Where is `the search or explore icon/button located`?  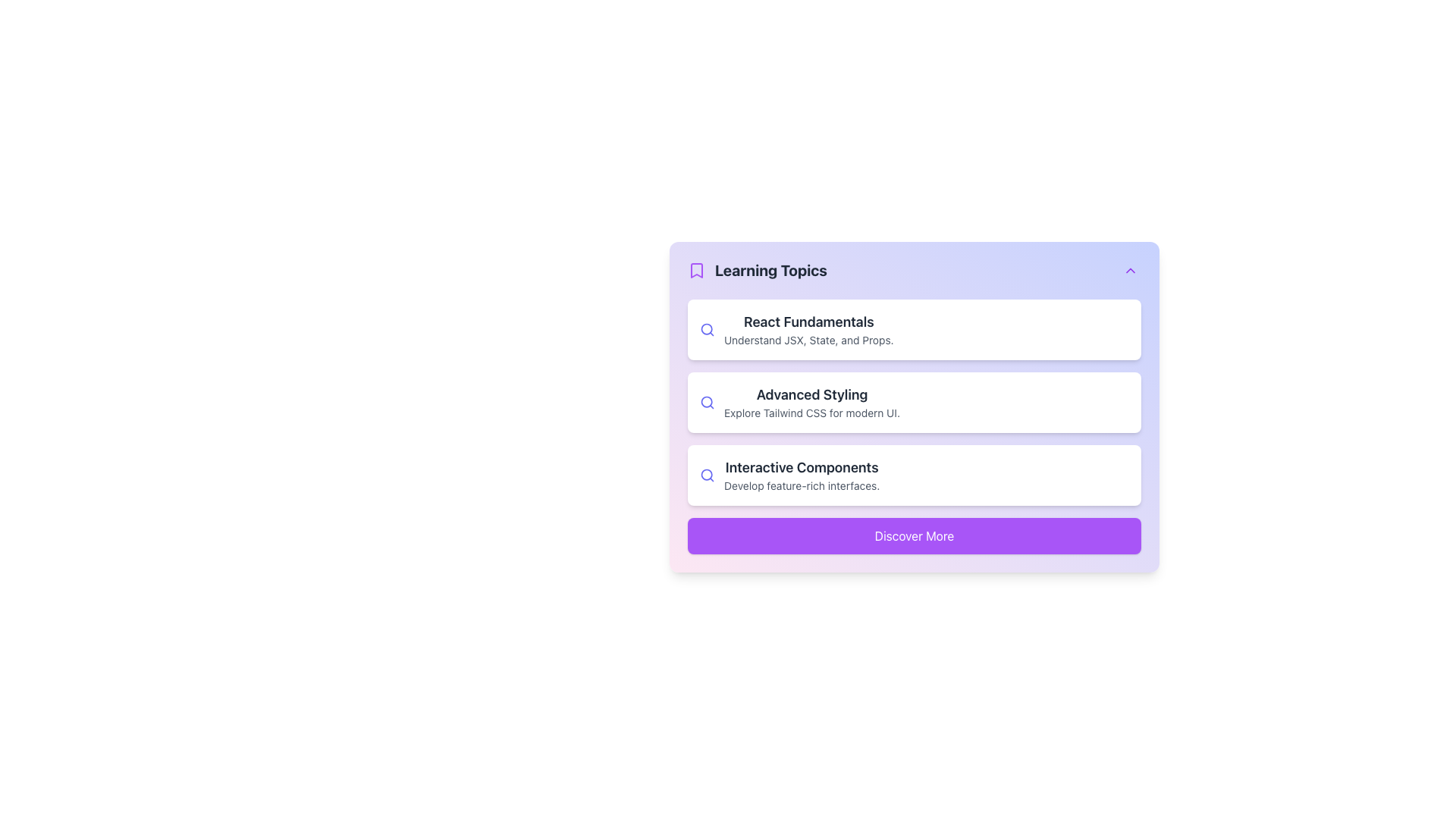 the search or explore icon/button located is located at coordinates (706, 329).